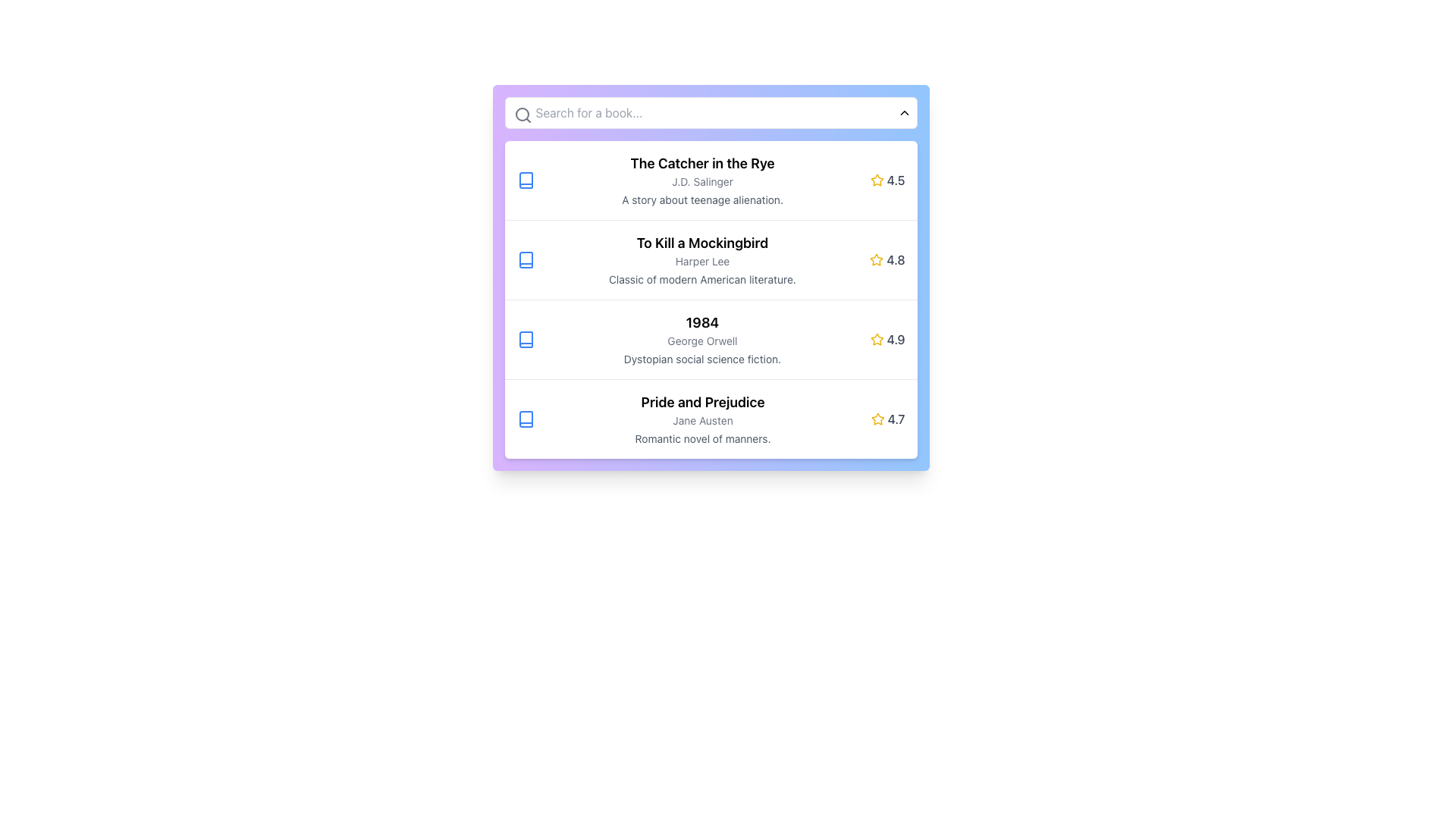  What do you see at coordinates (896, 419) in the screenshot?
I see `the static text displaying the rating '4.7', which is styled in gray and located next to a star icon in the interface of the book list` at bounding box center [896, 419].